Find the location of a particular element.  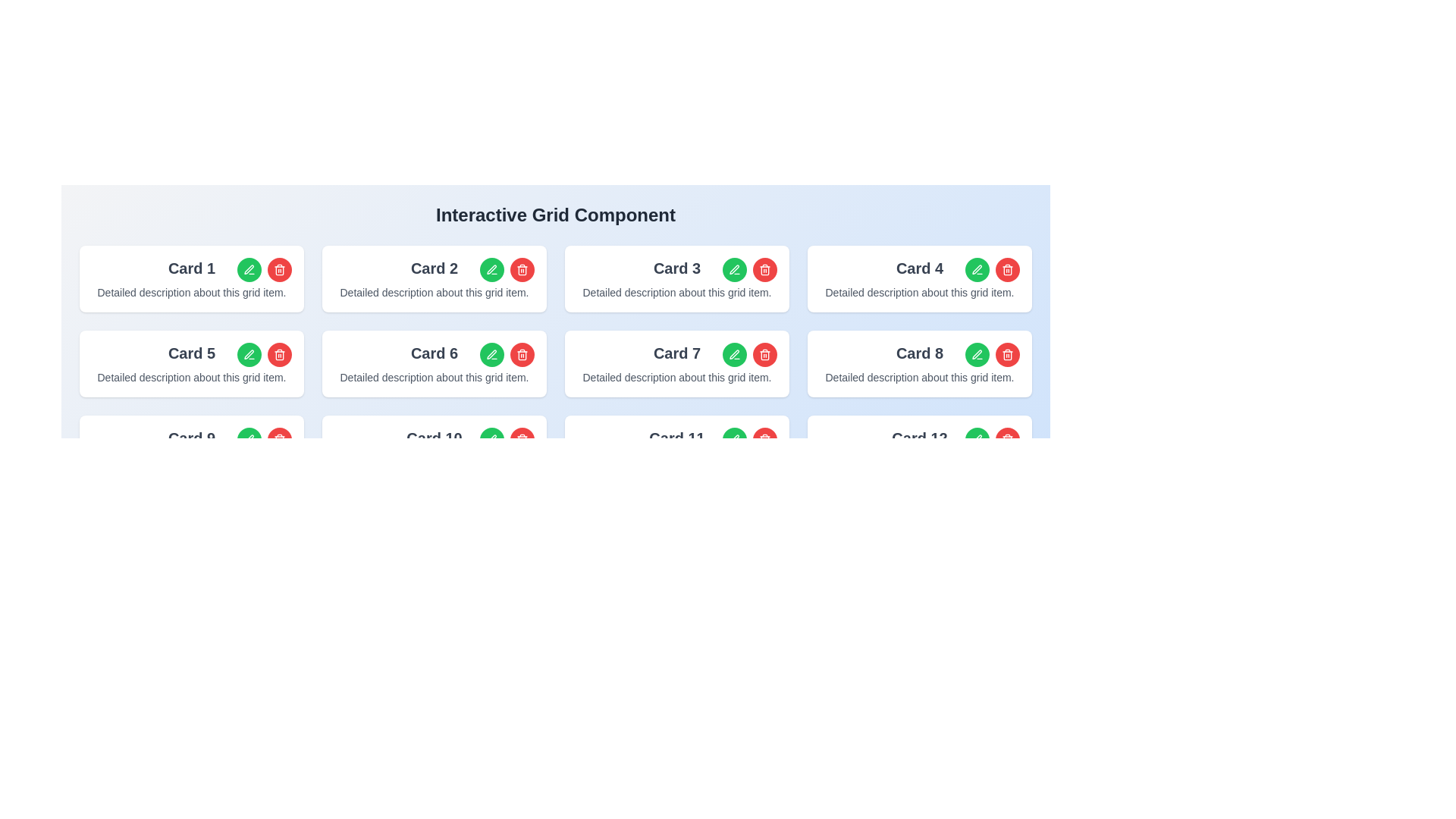

the green edit button located in the top-right corner of 'Card 10' to initiate editing is located at coordinates (507, 439).